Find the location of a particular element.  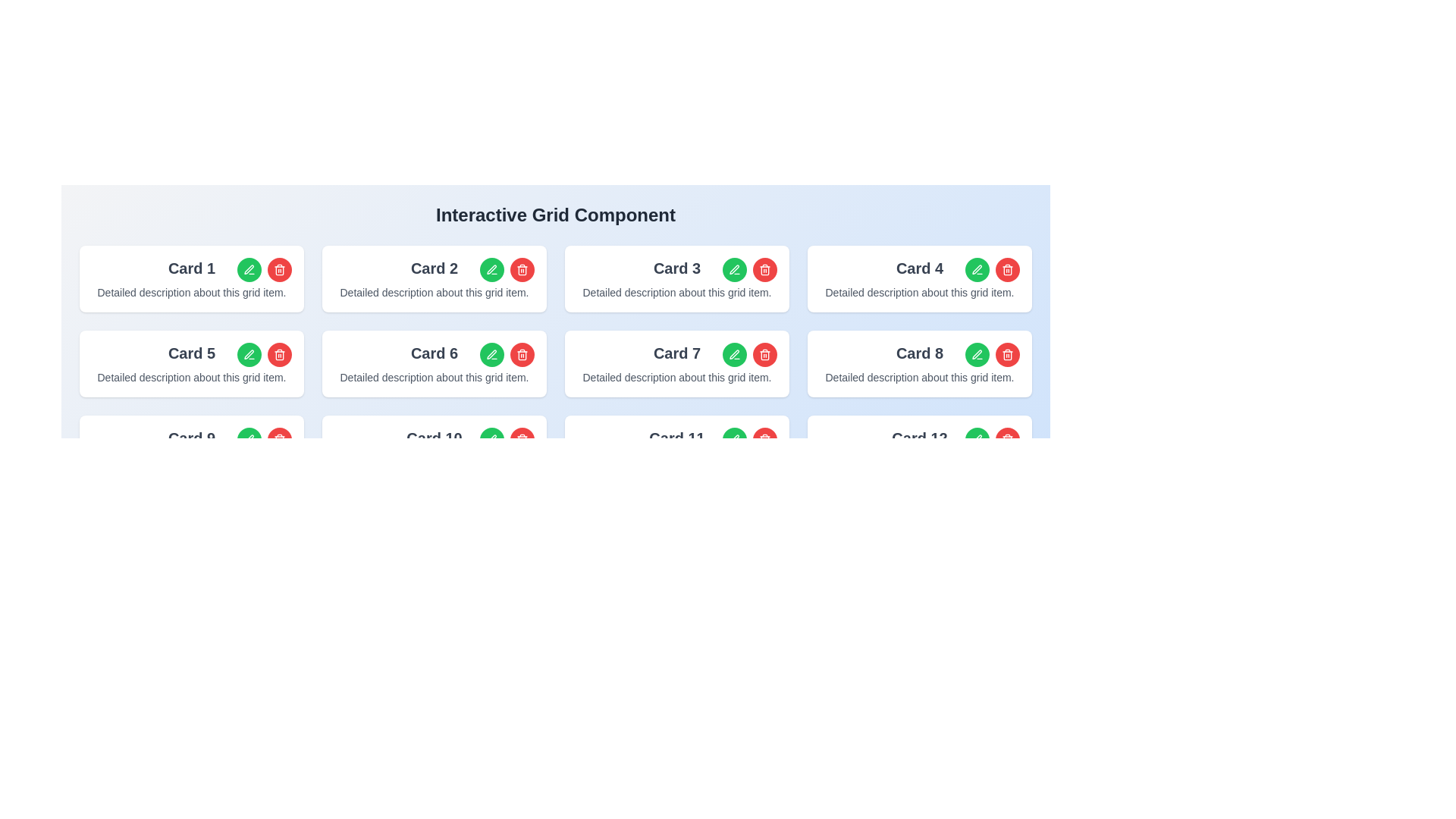

the green edit button located in the top-right corner of 'Card 10' to initiate editing is located at coordinates (507, 439).